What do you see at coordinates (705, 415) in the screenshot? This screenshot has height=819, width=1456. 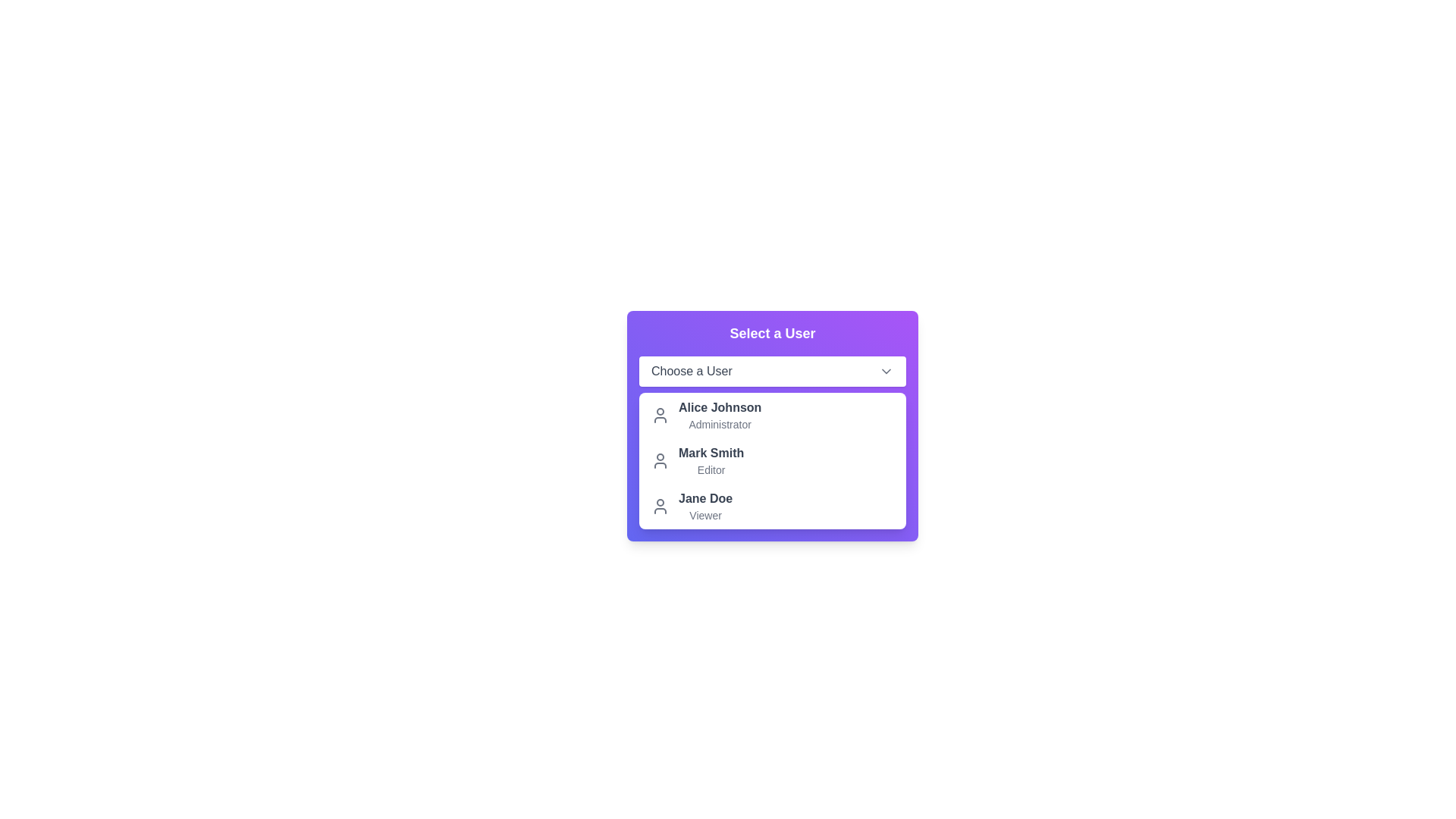 I see `the first list item in the dropdown menu that displays the name and role of a user` at bounding box center [705, 415].